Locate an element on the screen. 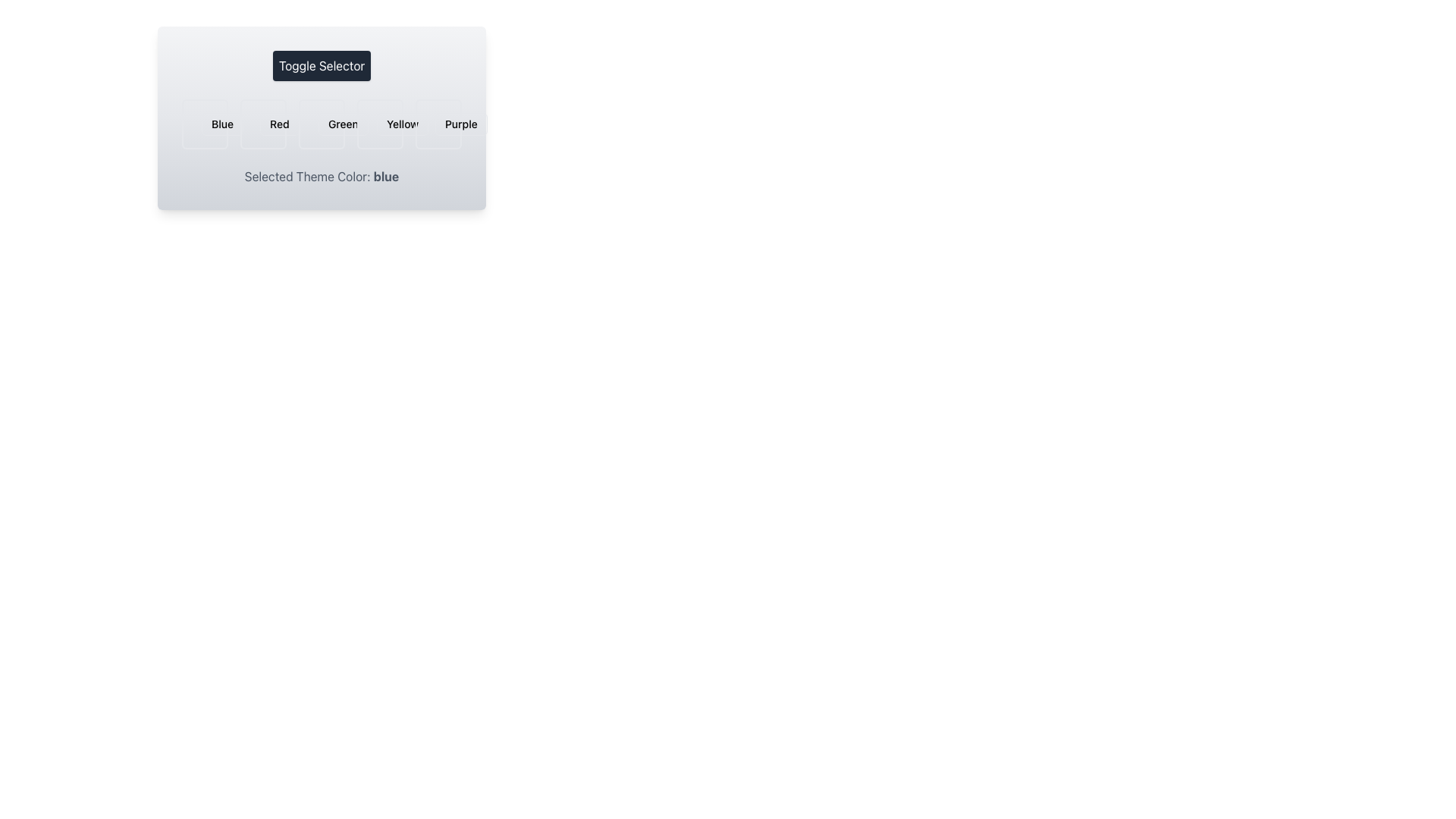  the green button labeled 'green' is located at coordinates (321, 124).